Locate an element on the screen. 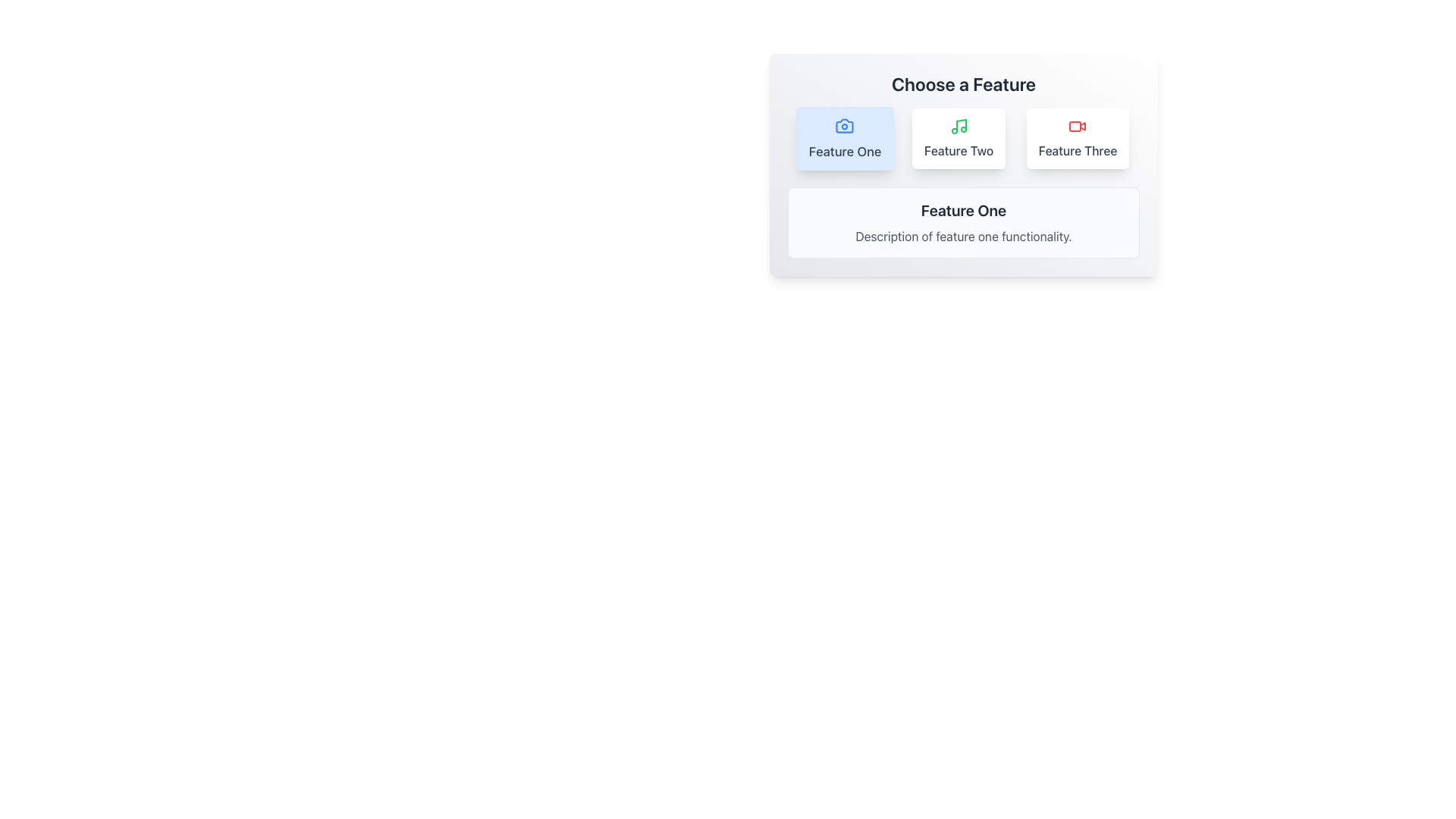  the video-related feature icon located in the 'Feature Three' section, positioned between 'Feature Two' and the text 'Feature Three' is located at coordinates (1077, 125).